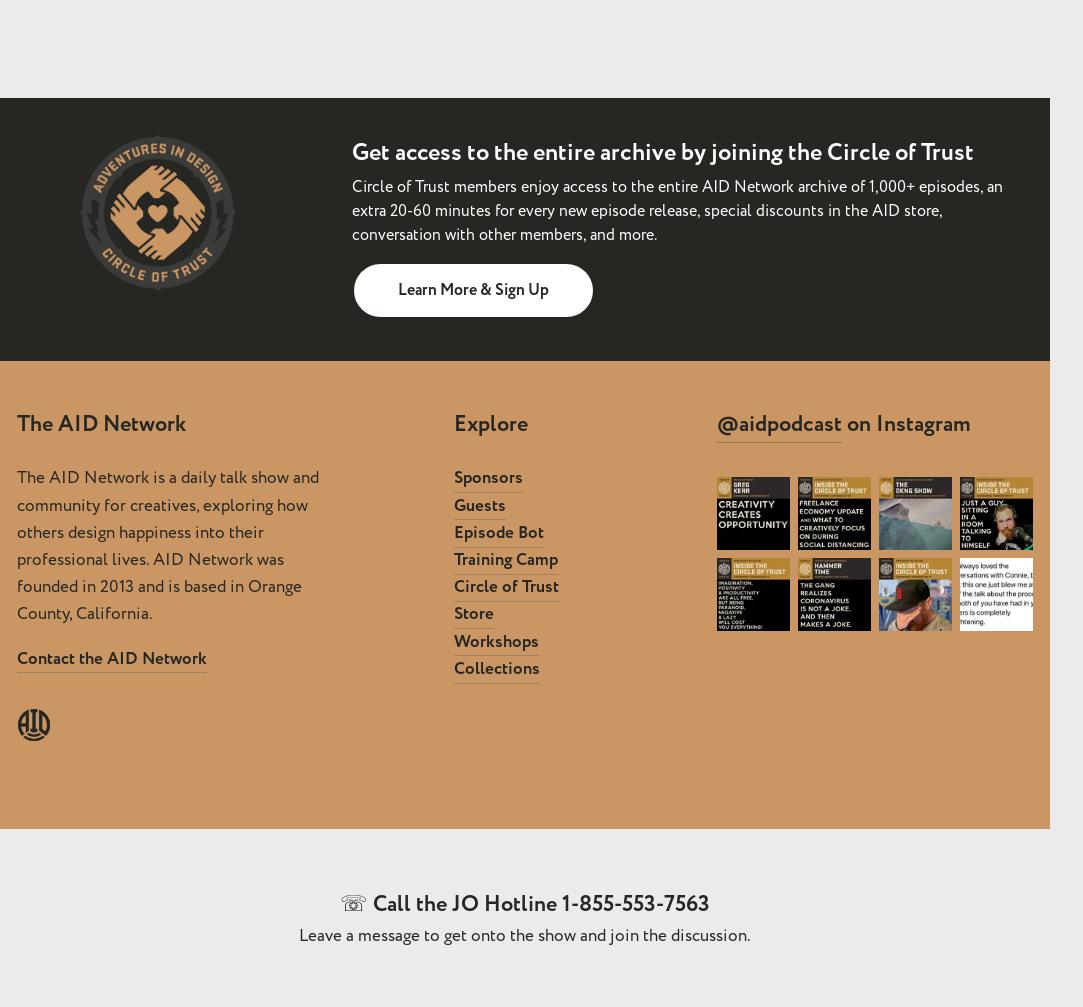  I want to click on 'Guests', so click(452, 504).